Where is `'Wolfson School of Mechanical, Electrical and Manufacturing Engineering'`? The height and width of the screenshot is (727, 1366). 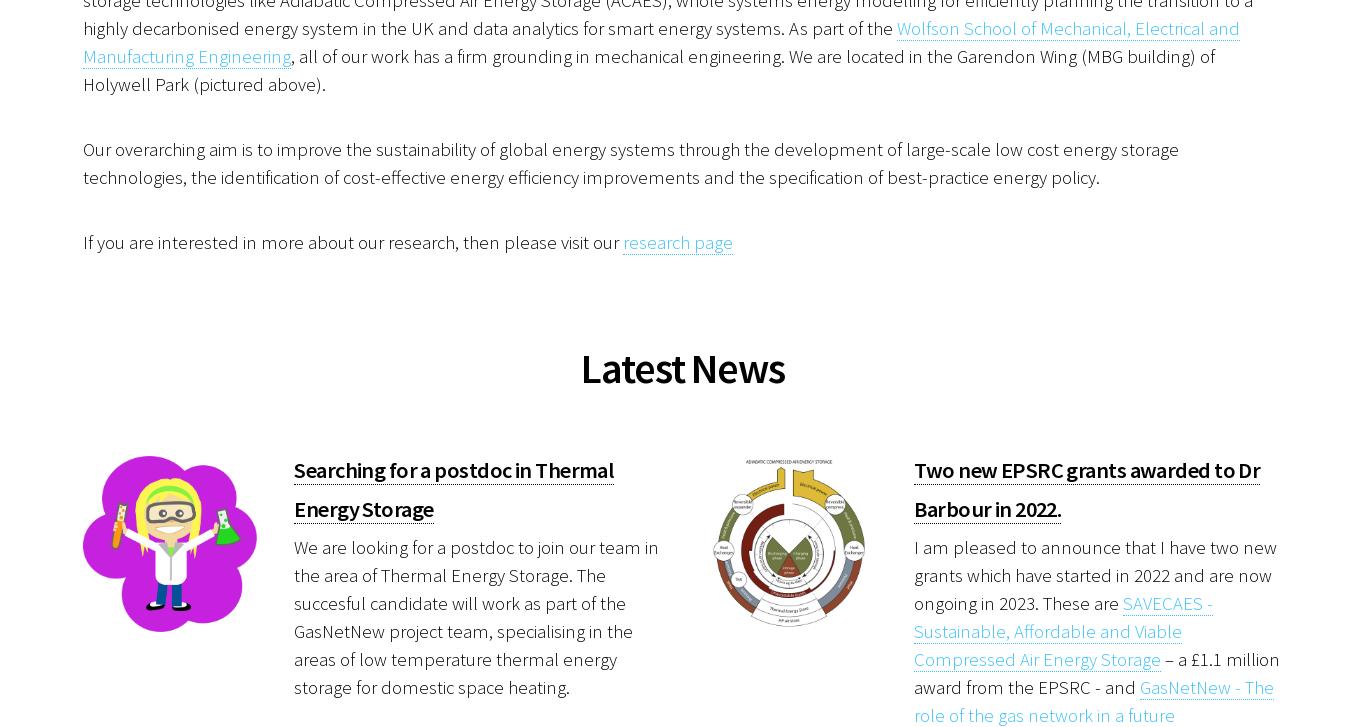
'Wolfson School of Mechanical, Electrical and Manufacturing Engineering' is located at coordinates (660, 41).